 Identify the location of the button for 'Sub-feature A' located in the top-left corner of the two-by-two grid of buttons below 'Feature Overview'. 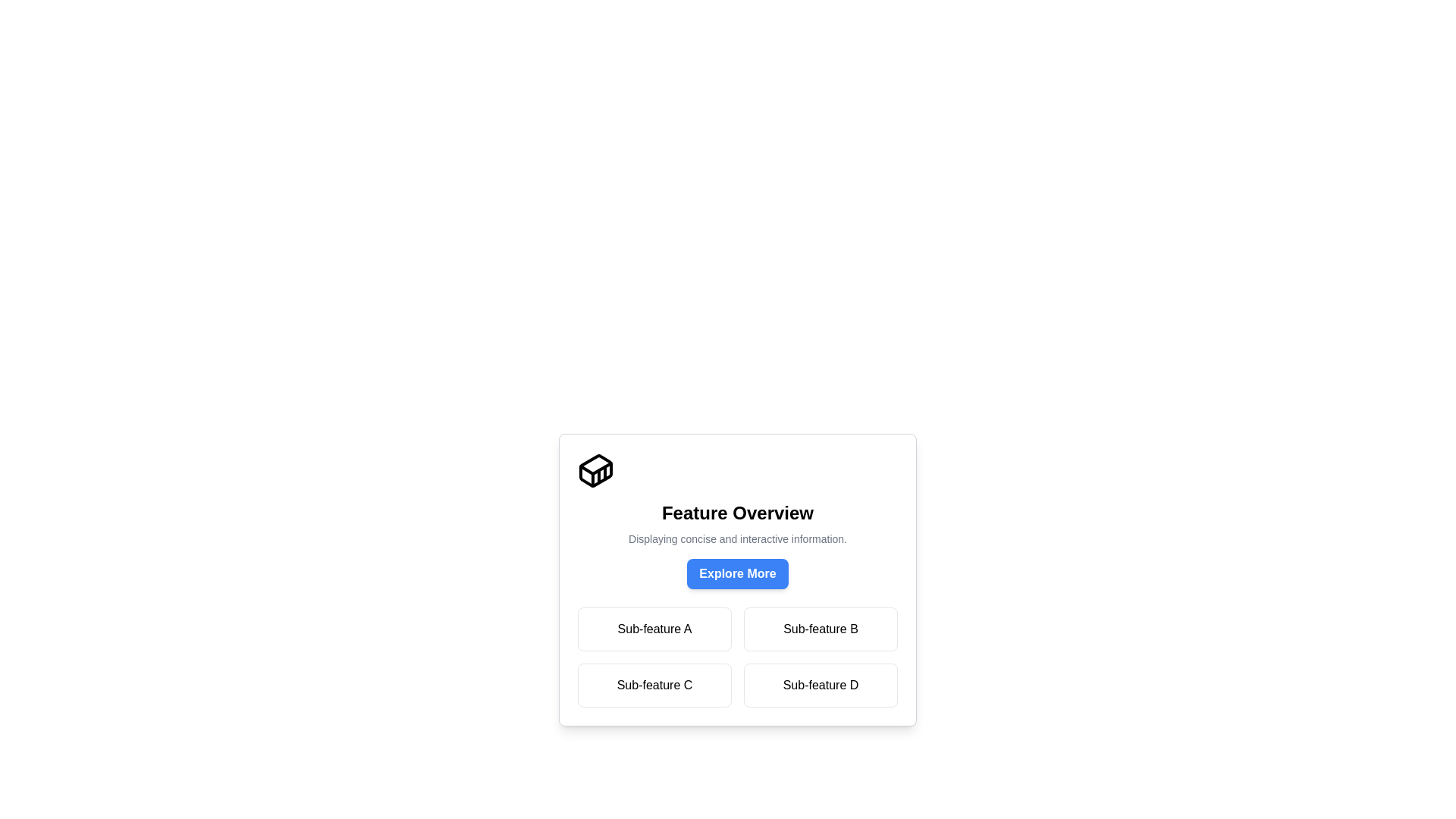
(654, 629).